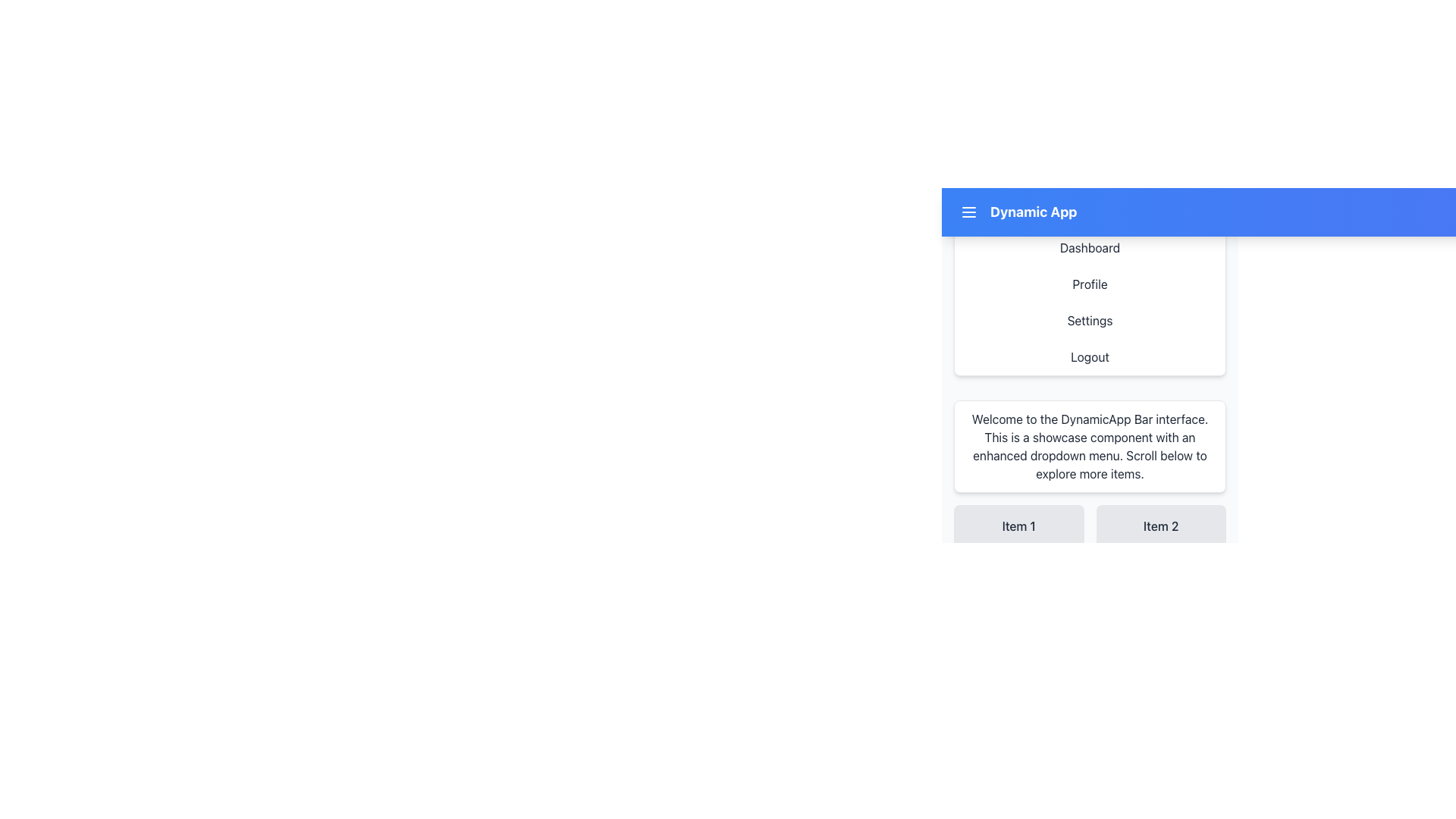  Describe the element at coordinates (968, 212) in the screenshot. I see `the small, light blue square button with rounded corners that contains a white icon of three horizontal lines, located in the upper left corner of the blue header bar labeled 'Dynamic App'` at that location.